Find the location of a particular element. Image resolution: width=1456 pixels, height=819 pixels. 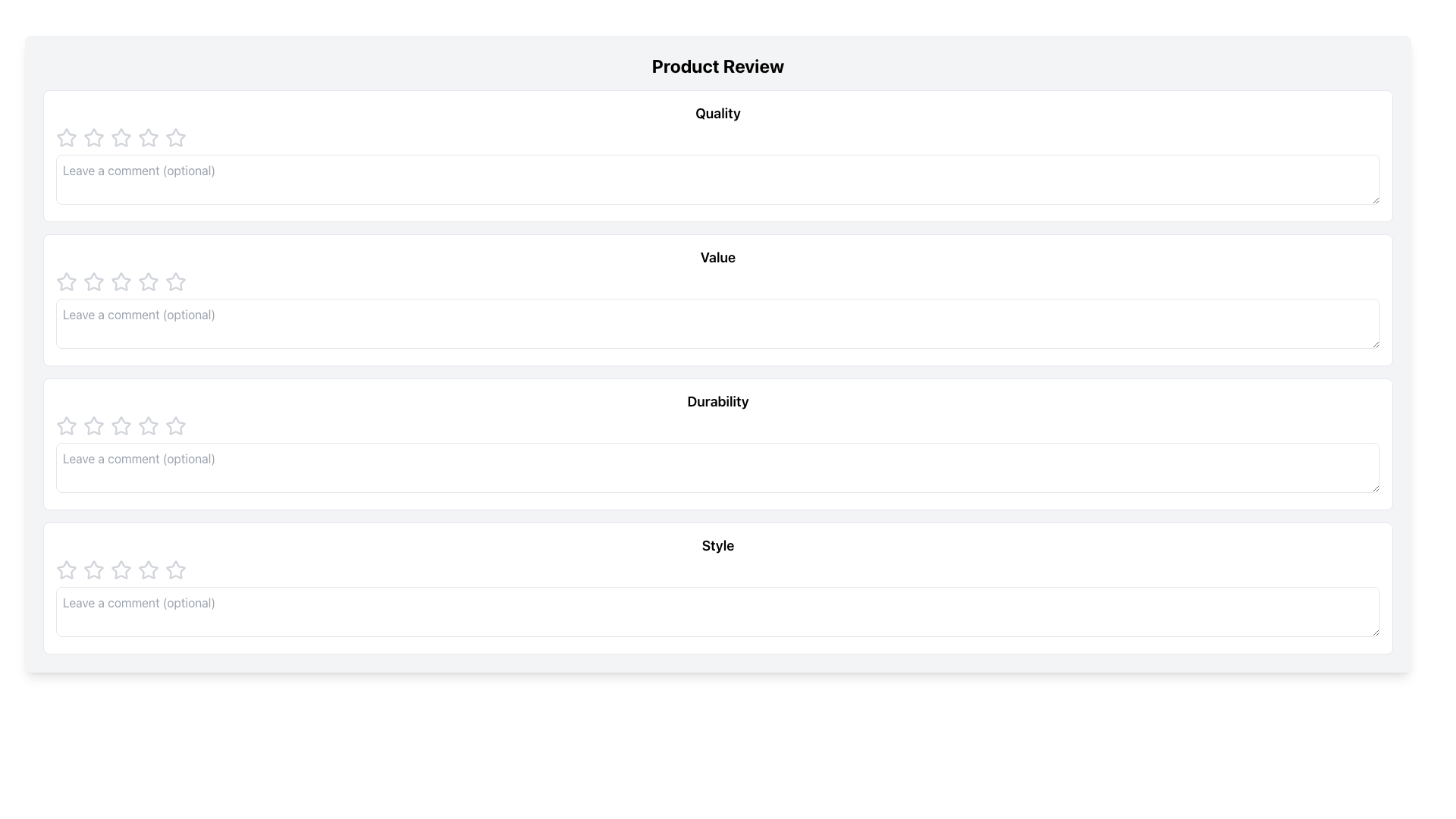

the first star icon in the rating system for accessibility options is located at coordinates (65, 137).